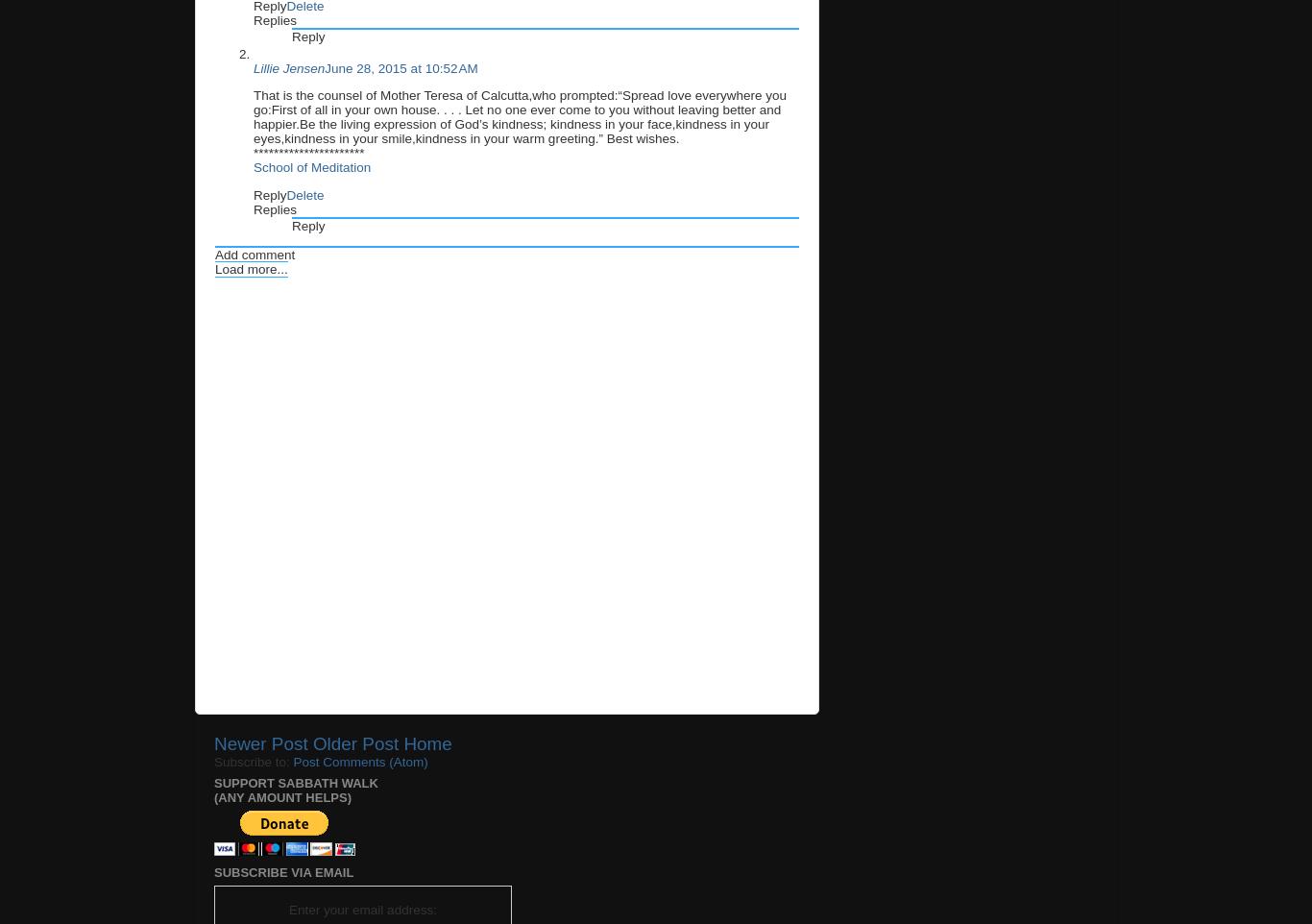 The image size is (1312, 924). I want to click on 'Newer Post', so click(260, 742).